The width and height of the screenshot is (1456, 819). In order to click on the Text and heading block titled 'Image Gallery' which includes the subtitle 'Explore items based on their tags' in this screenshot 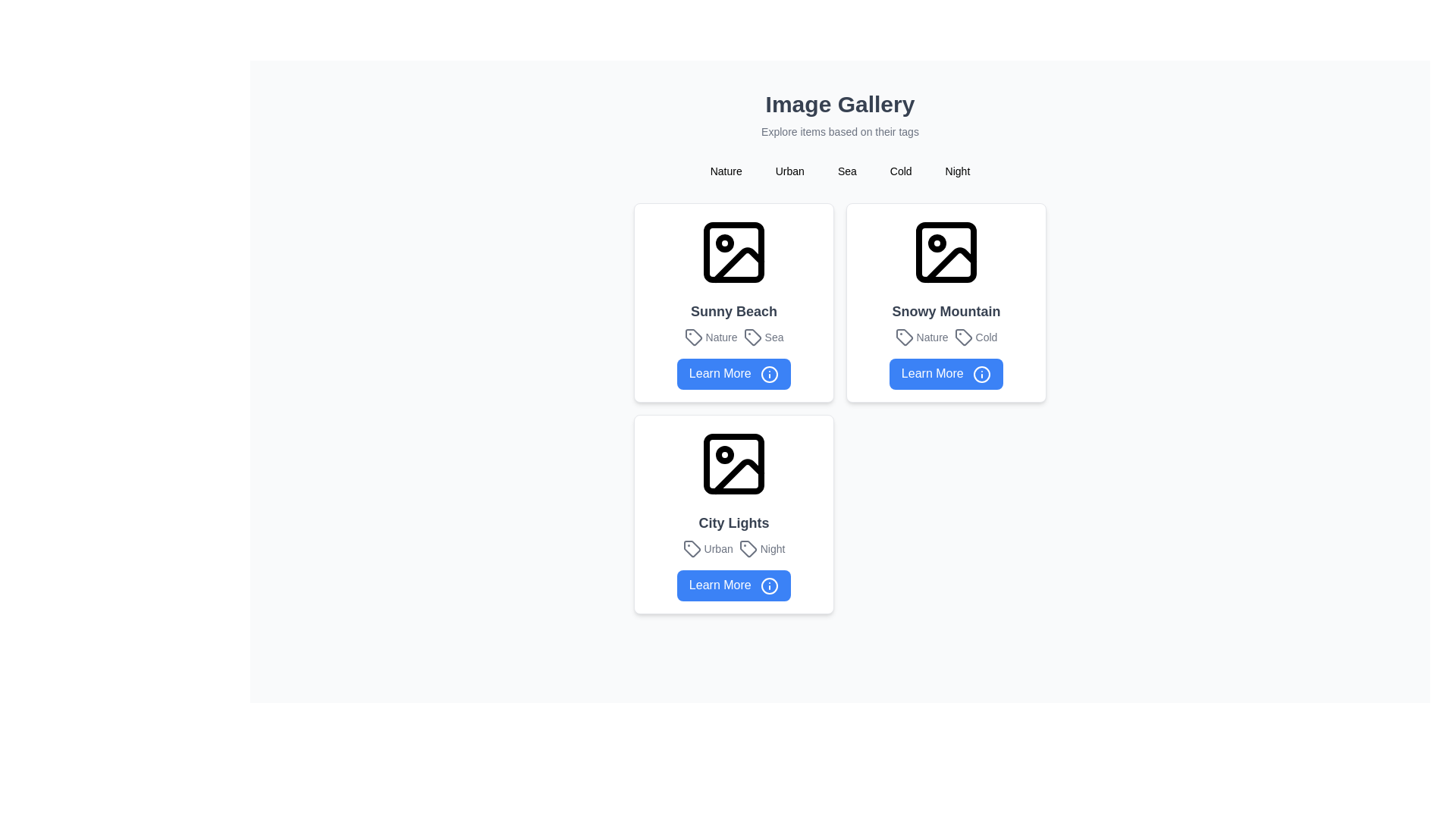, I will do `click(839, 114)`.